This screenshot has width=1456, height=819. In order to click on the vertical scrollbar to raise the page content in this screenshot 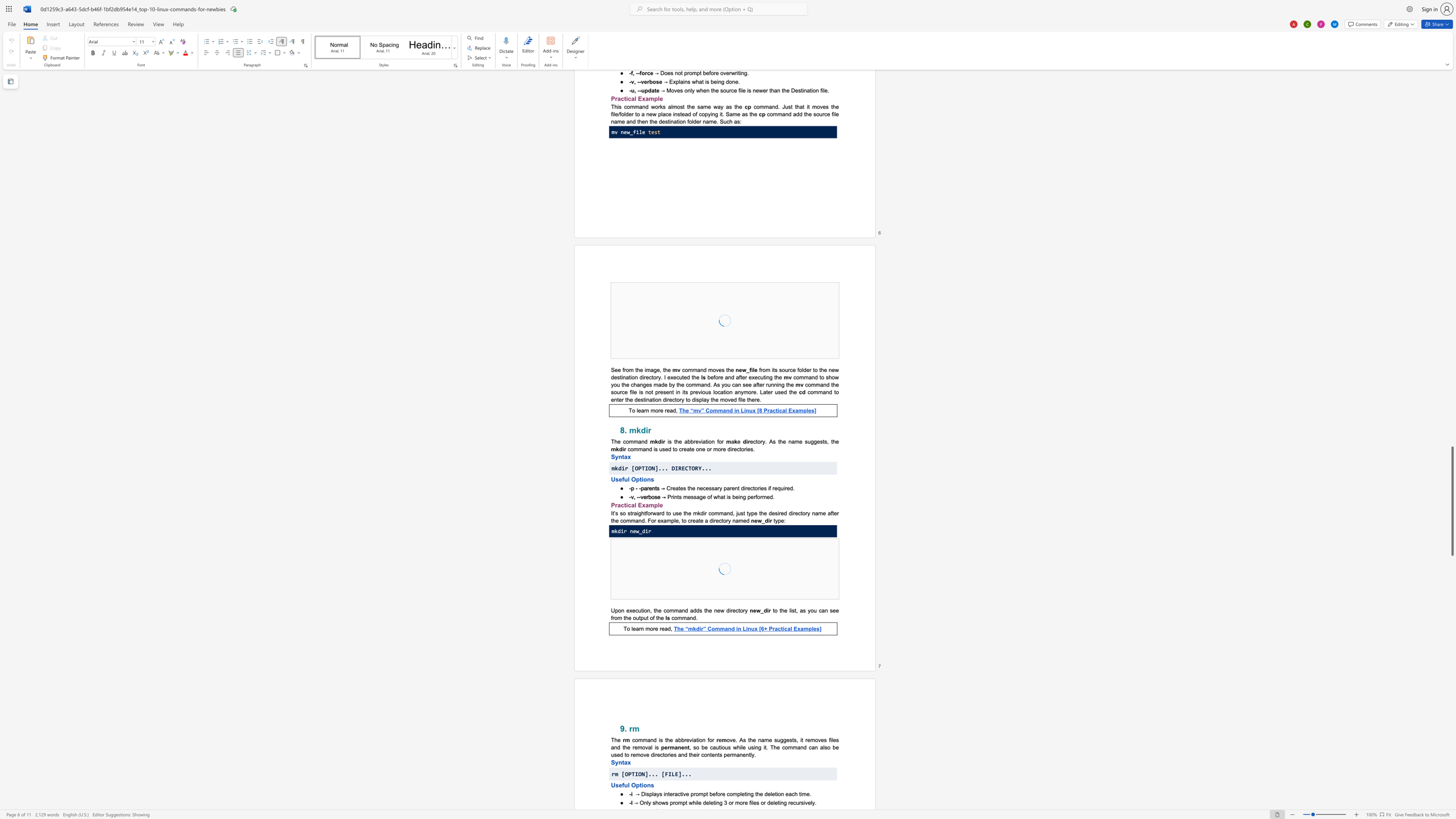, I will do `click(1451, 295)`.